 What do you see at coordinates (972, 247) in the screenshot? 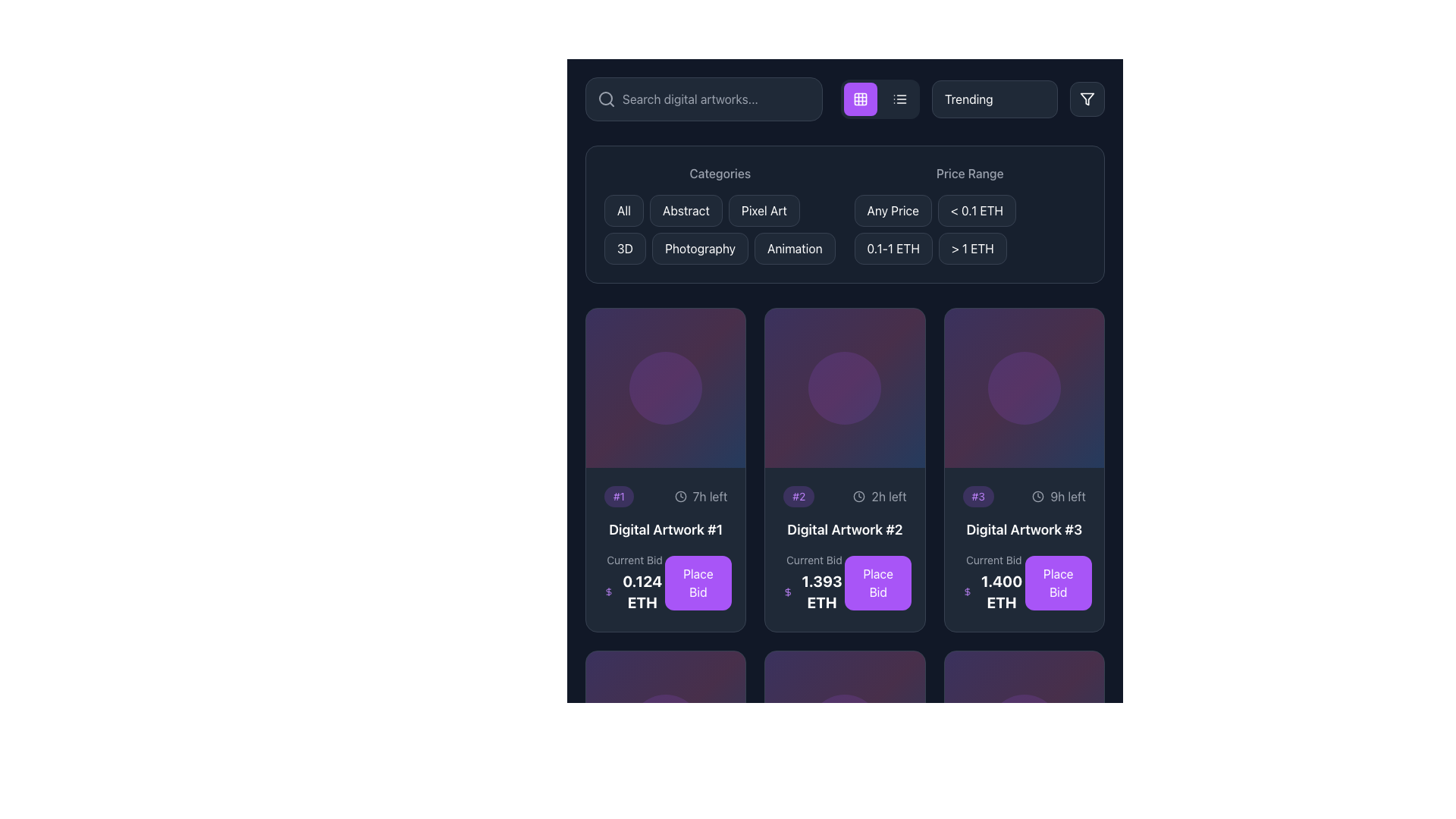
I see `the 'greater than 1 ETH' button in the price range filter section` at bounding box center [972, 247].